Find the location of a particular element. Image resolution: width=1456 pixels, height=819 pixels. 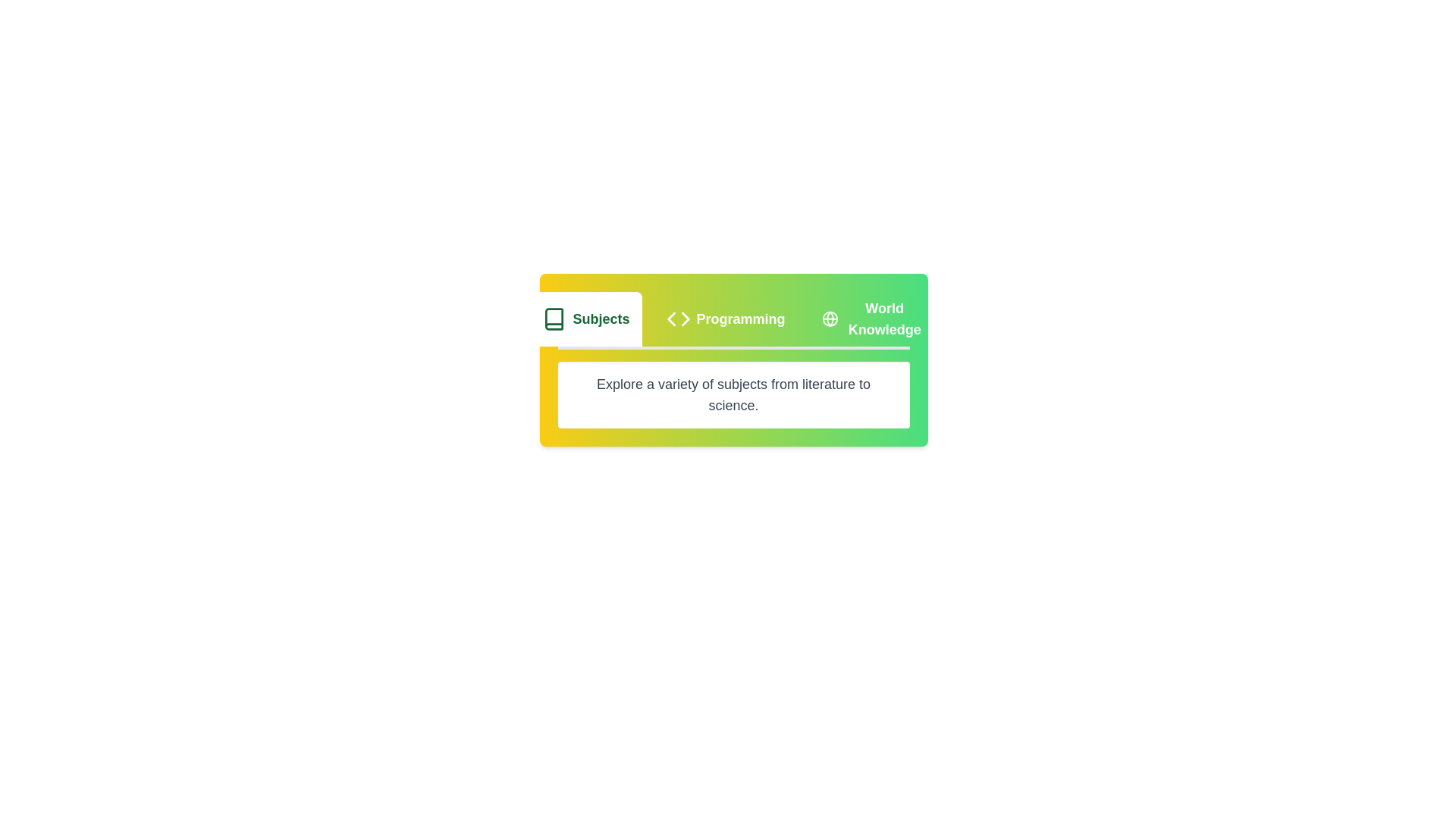

the tab labeled Programming to inspect its icon is located at coordinates (724, 318).